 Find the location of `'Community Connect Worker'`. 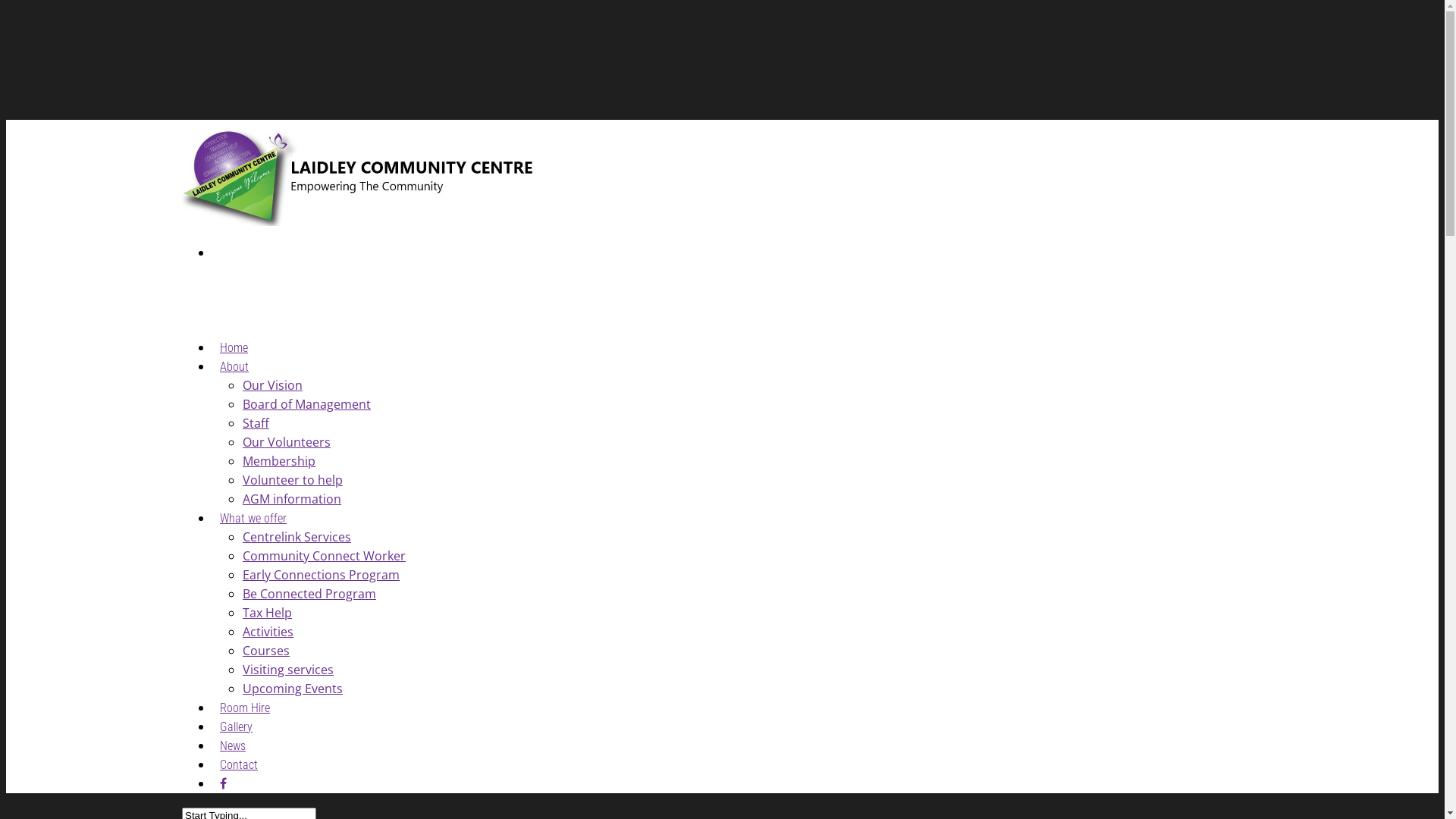

'Community Connect Worker' is located at coordinates (243, 555).